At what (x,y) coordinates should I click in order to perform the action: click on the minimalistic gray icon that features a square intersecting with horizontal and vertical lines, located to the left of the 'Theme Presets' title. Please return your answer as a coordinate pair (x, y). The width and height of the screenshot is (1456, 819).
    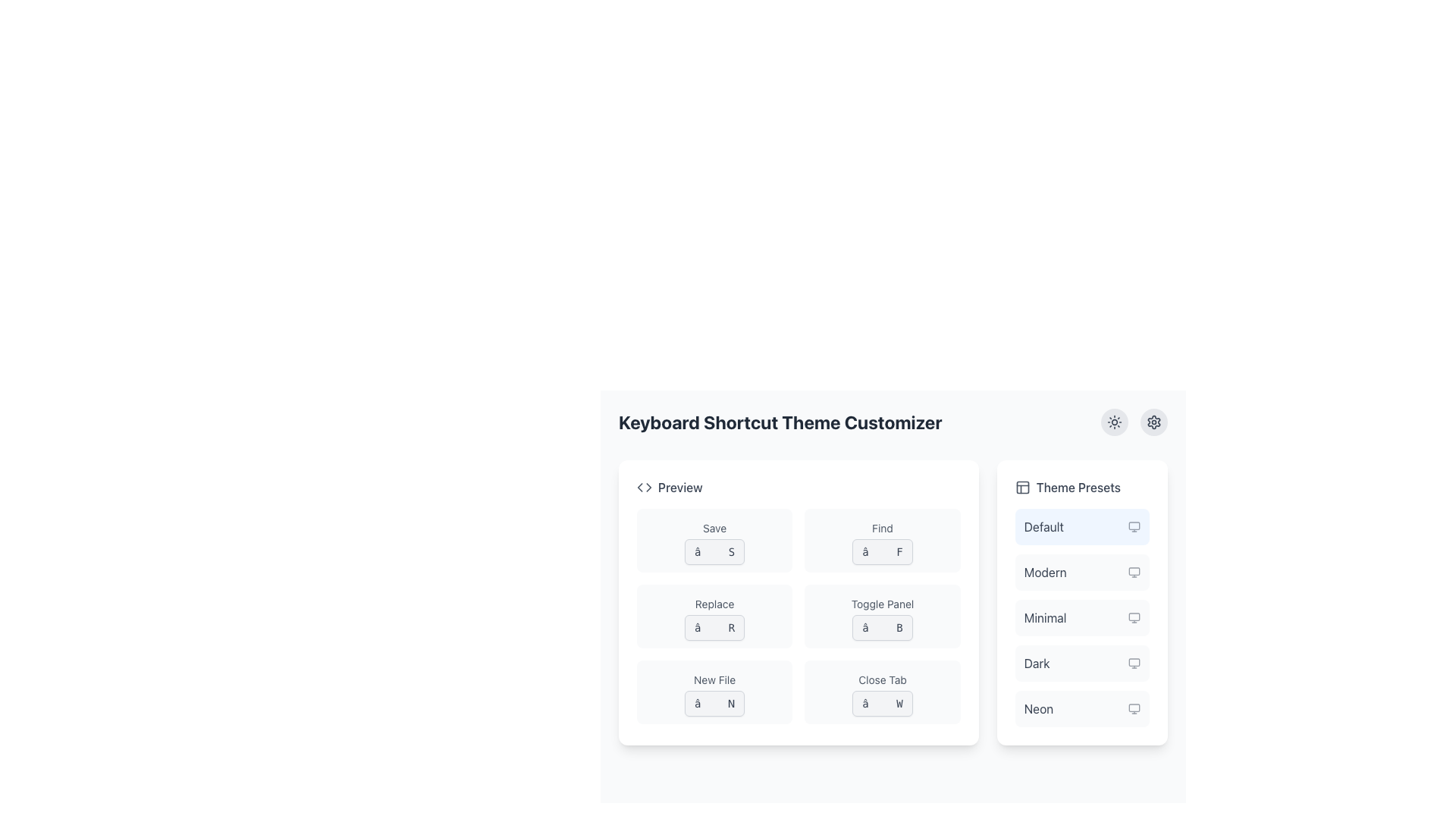
    Looking at the image, I should click on (1022, 488).